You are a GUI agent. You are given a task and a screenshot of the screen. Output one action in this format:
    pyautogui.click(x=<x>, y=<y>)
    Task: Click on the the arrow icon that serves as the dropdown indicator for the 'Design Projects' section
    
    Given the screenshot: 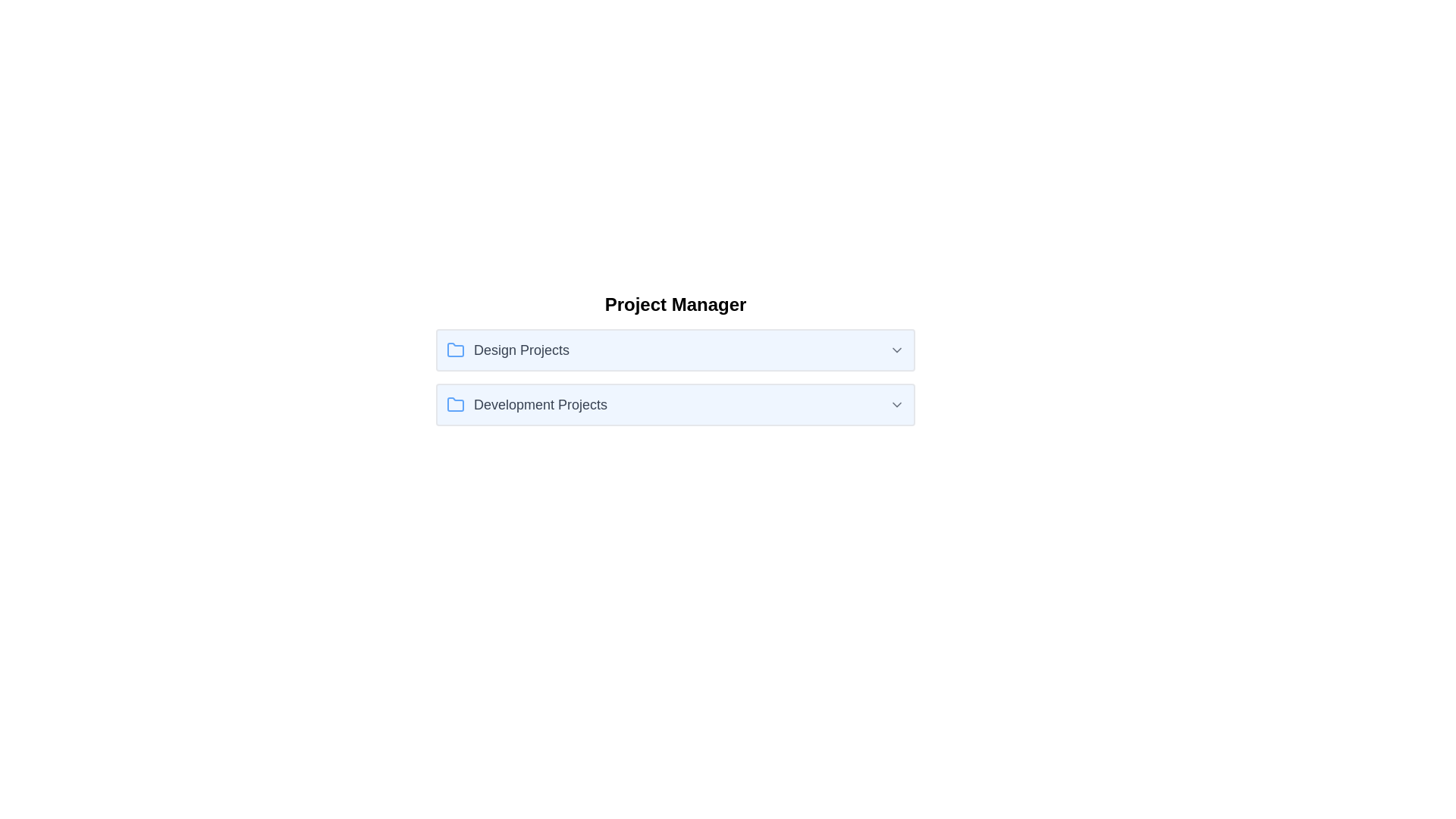 What is the action you would take?
    pyautogui.click(x=896, y=350)
    